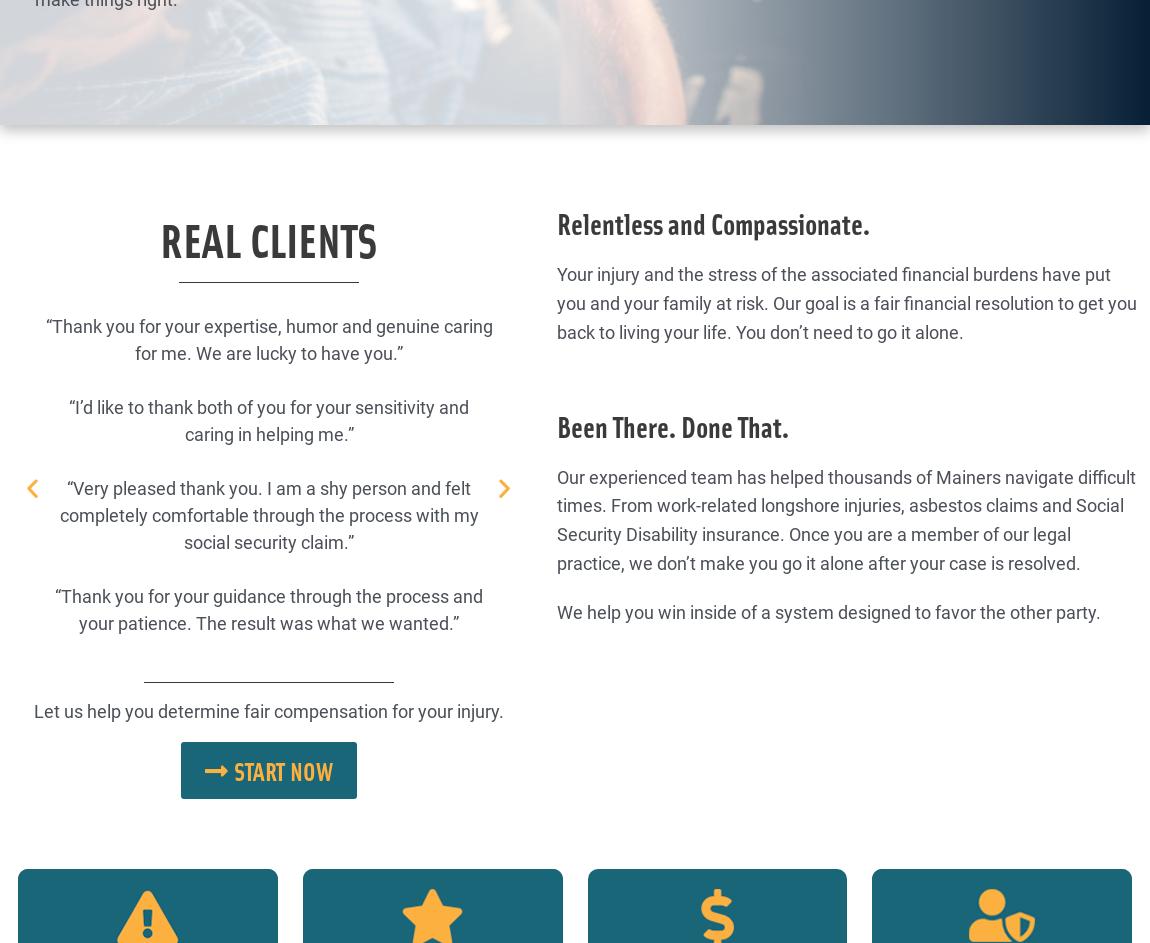 Image resolution: width=1150 pixels, height=943 pixels. I want to click on 'Our experienced team has helped thousands of Mainers navigate difficult times.  From work-related longshore injuries, asbestos claims and Social Security Disability insurance.  Once you are a member of our legal practice, we don’t make you go it alone after your case is resolved.', so click(845, 518).